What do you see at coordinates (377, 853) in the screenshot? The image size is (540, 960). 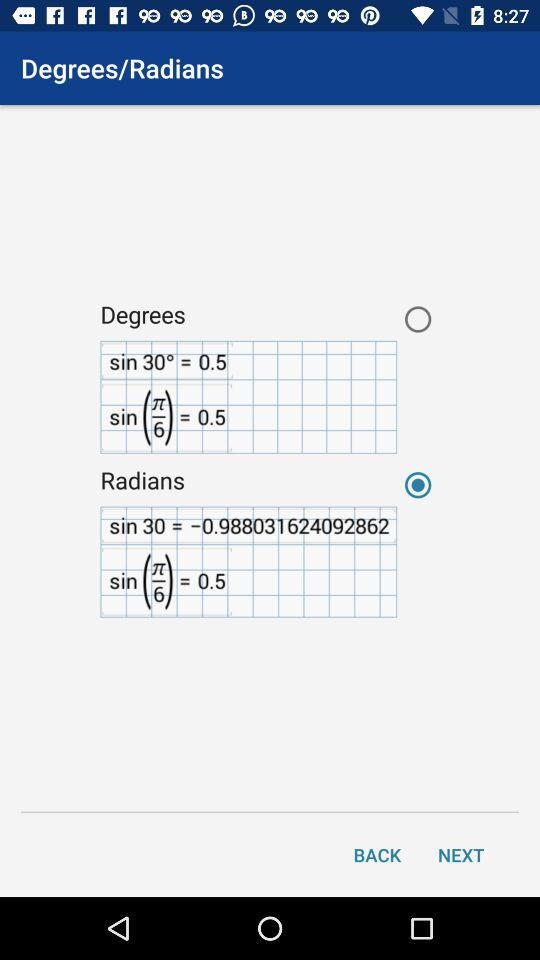 I see `the item to the left of next icon` at bounding box center [377, 853].